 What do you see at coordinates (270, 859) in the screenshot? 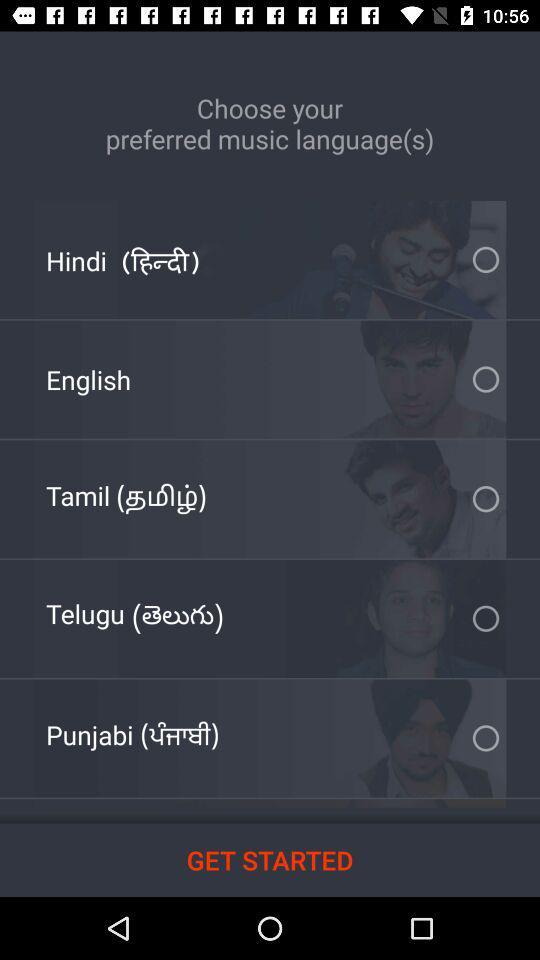
I see `get started item` at bounding box center [270, 859].